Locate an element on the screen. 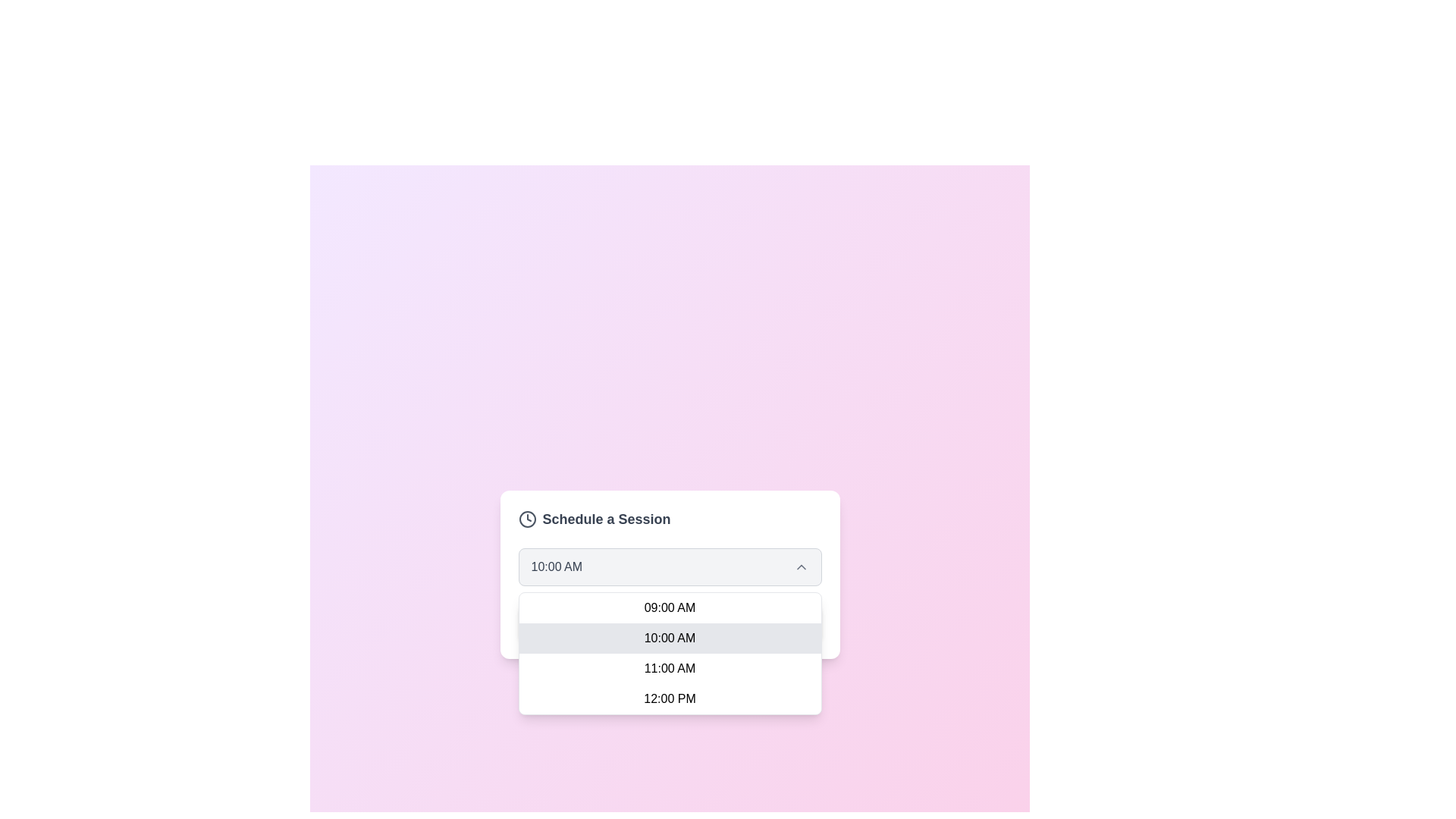 This screenshot has height=819, width=1456. the 'Schedule a Session' drop-down menu is located at coordinates (669, 575).